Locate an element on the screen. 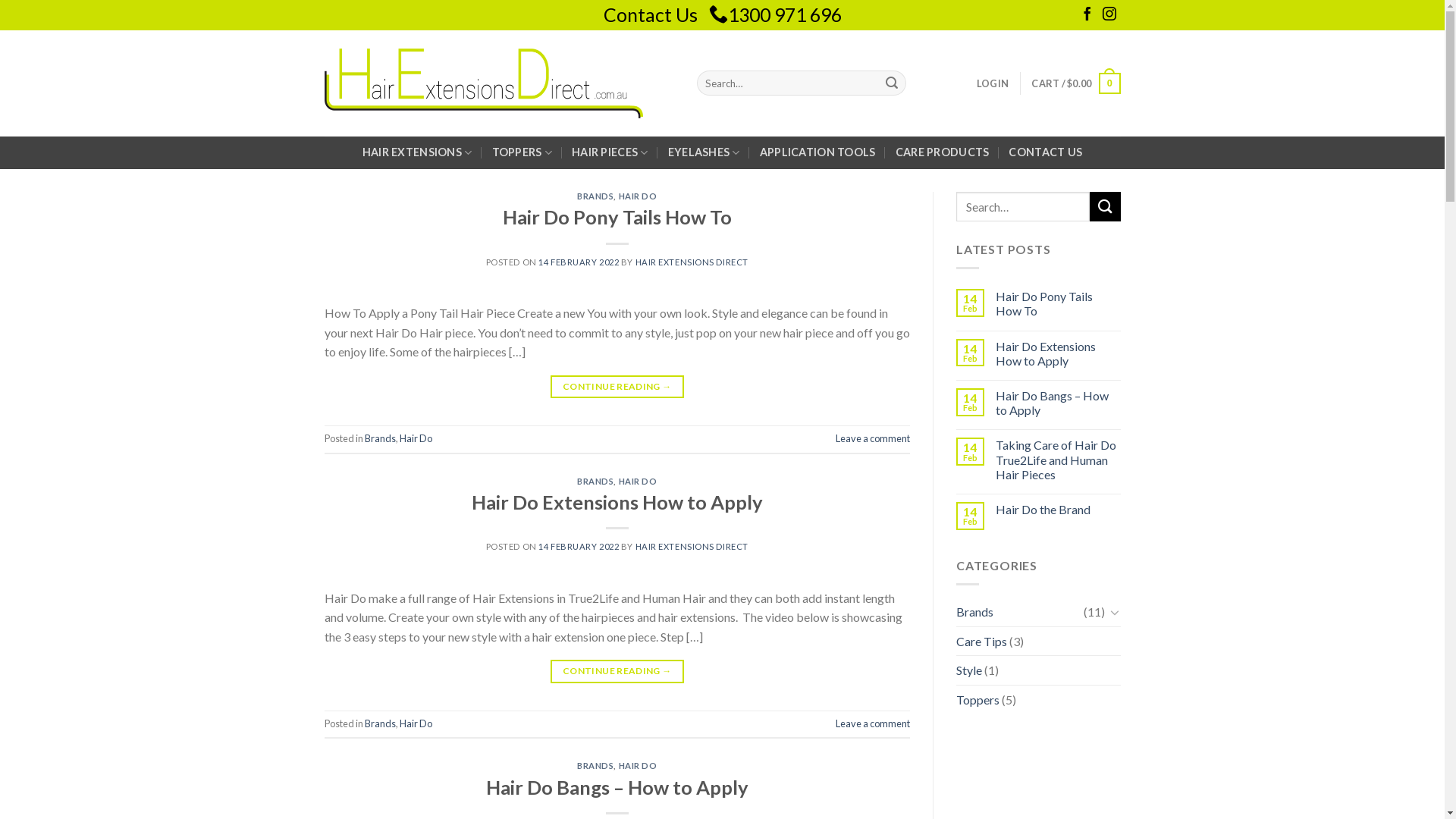 This screenshot has width=1456, height=819. 'HAIR EXTENSIONS' is located at coordinates (417, 152).